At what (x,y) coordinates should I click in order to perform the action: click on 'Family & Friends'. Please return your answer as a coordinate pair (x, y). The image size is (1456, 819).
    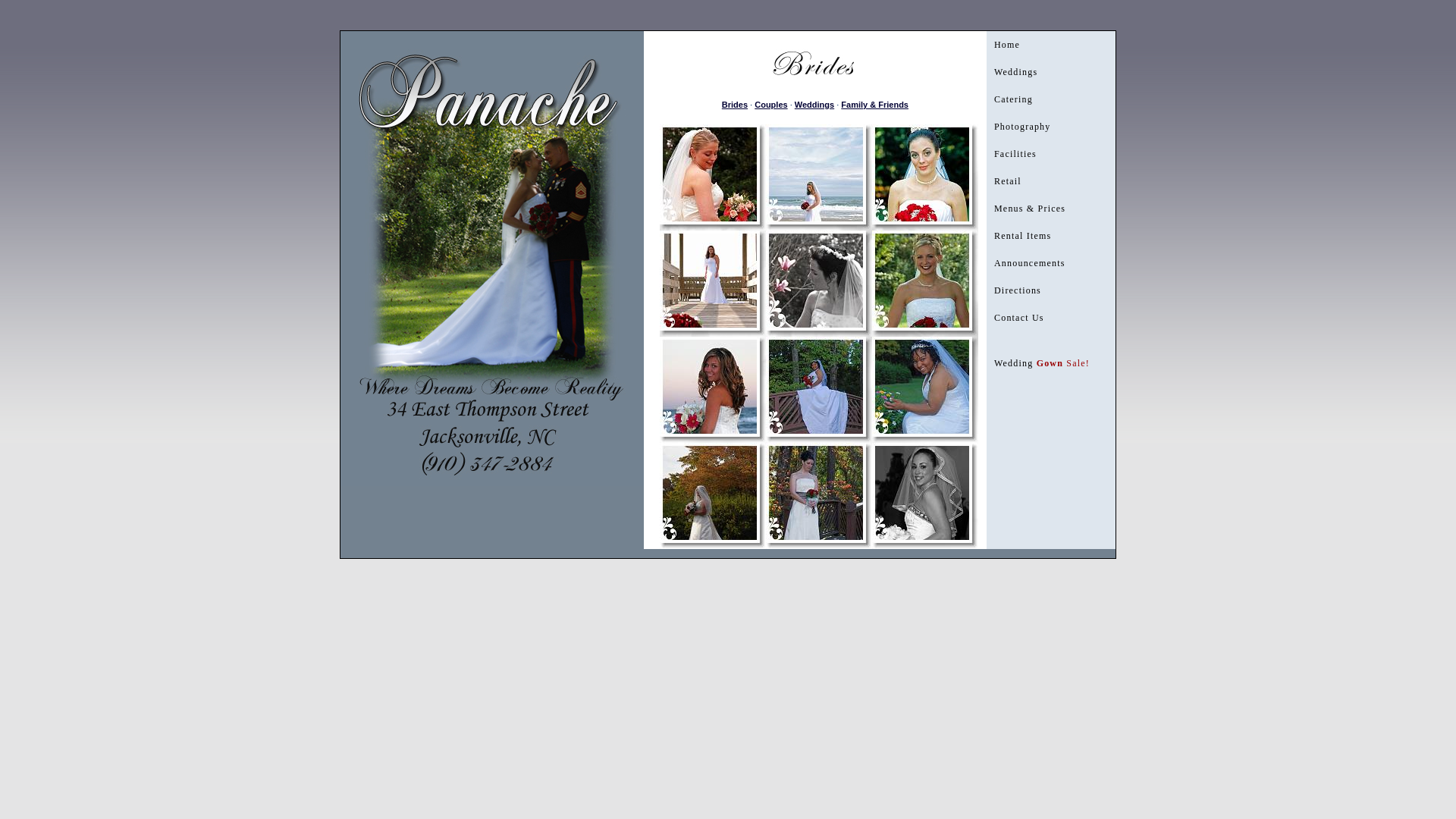
    Looking at the image, I should click on (874, 104).